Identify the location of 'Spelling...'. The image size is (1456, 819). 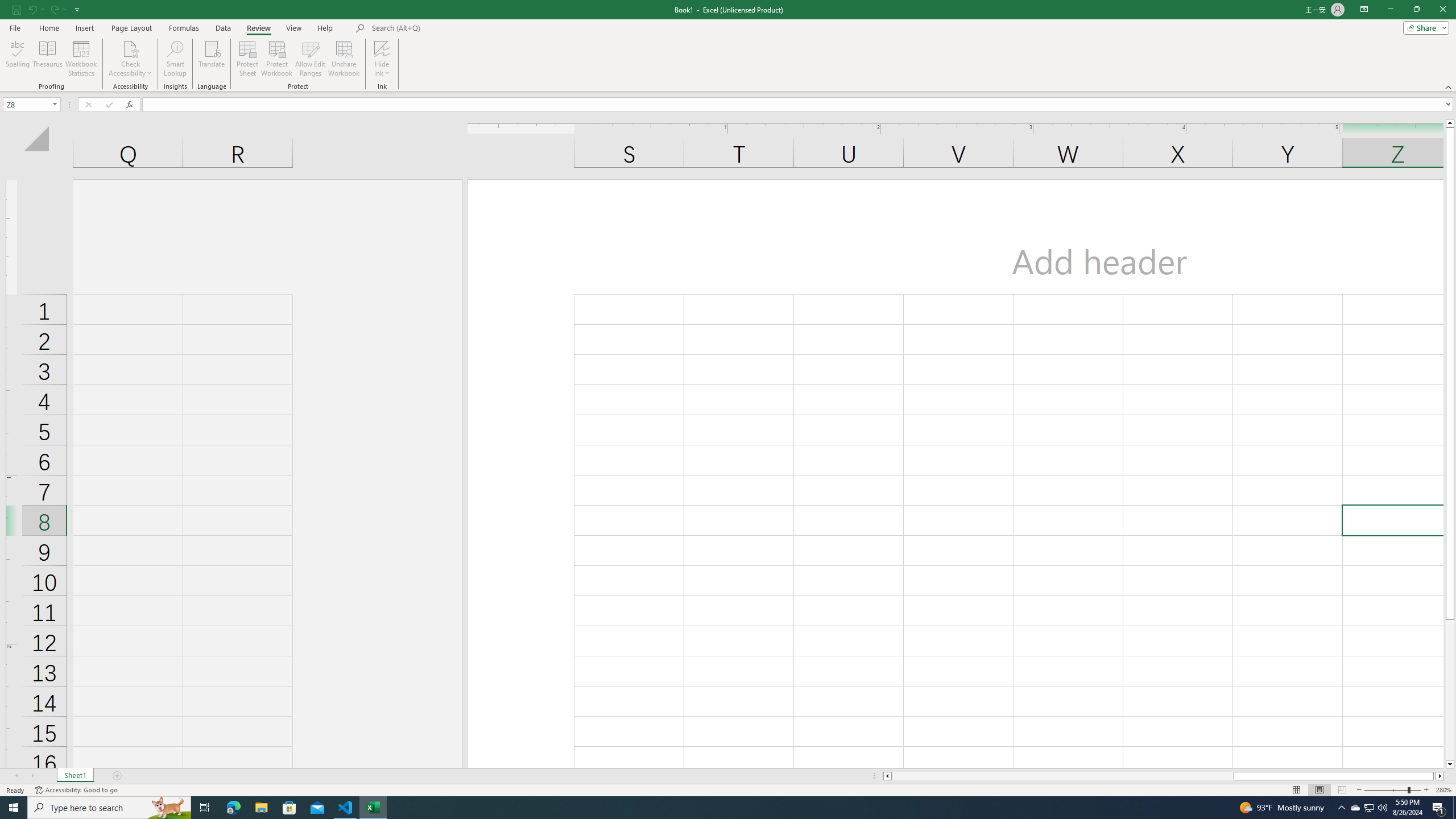
(16, 59).